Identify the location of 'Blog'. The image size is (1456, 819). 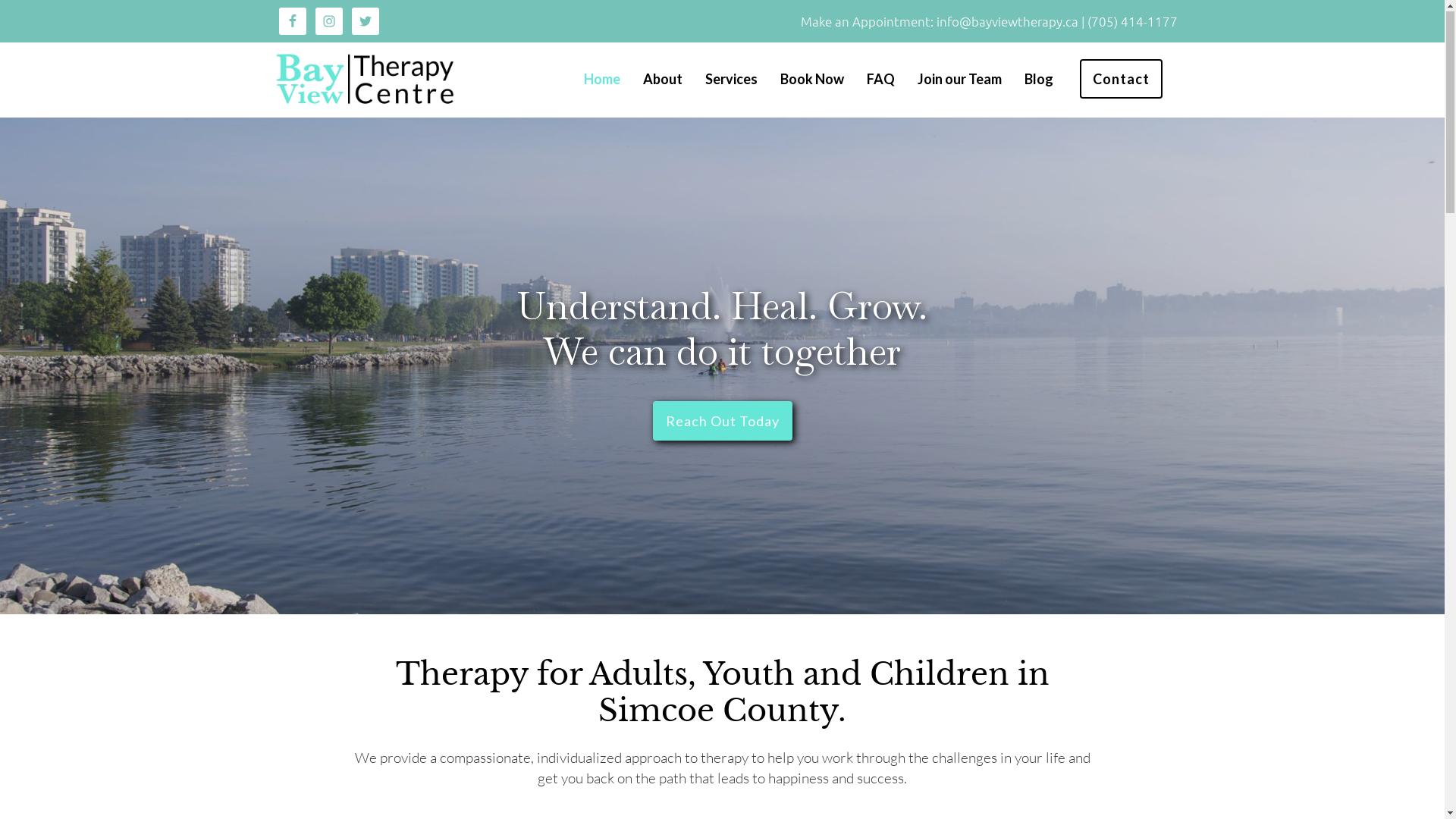
(1037, 79).